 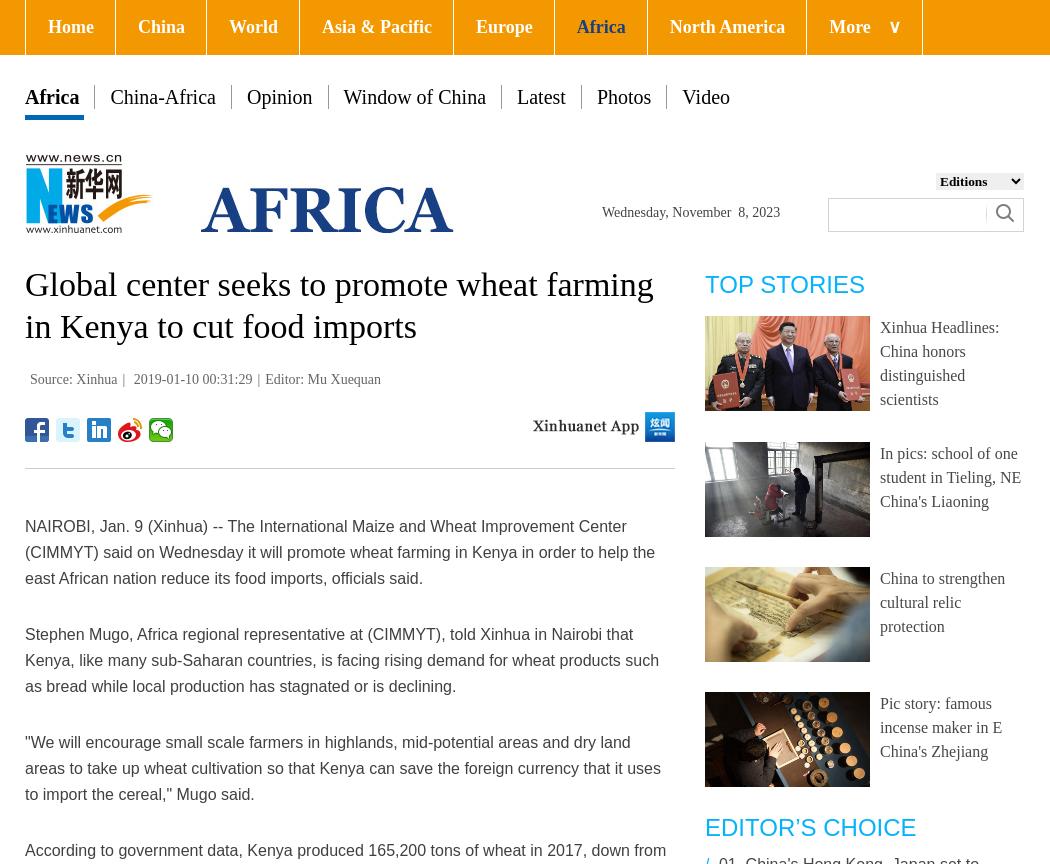 What do you see at coordinates (341, 767) in the screenshot?
I see `'"We will encourage small scale farmers in highlands, mid-potential areas and dry land areas to take up wheat cultivation so that Kenya can save the foreign currency that it uses to import the cereal," Mugo said.'` at bounding box center [341, 767].